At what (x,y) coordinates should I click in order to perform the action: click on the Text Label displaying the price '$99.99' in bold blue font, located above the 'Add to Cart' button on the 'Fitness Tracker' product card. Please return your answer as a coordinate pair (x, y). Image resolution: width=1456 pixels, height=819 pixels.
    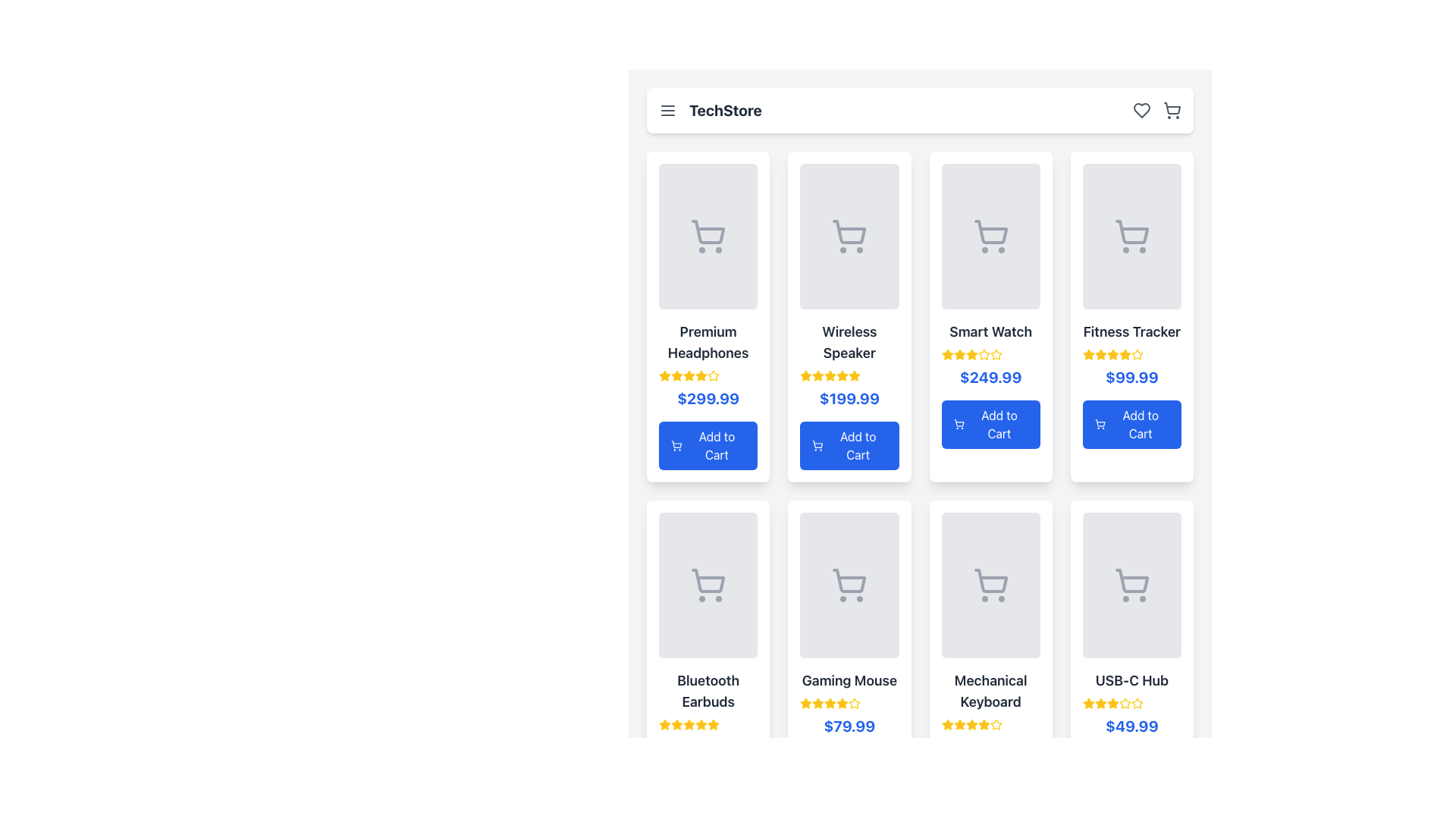
    Looking at the image, I should click on (1131, 376).